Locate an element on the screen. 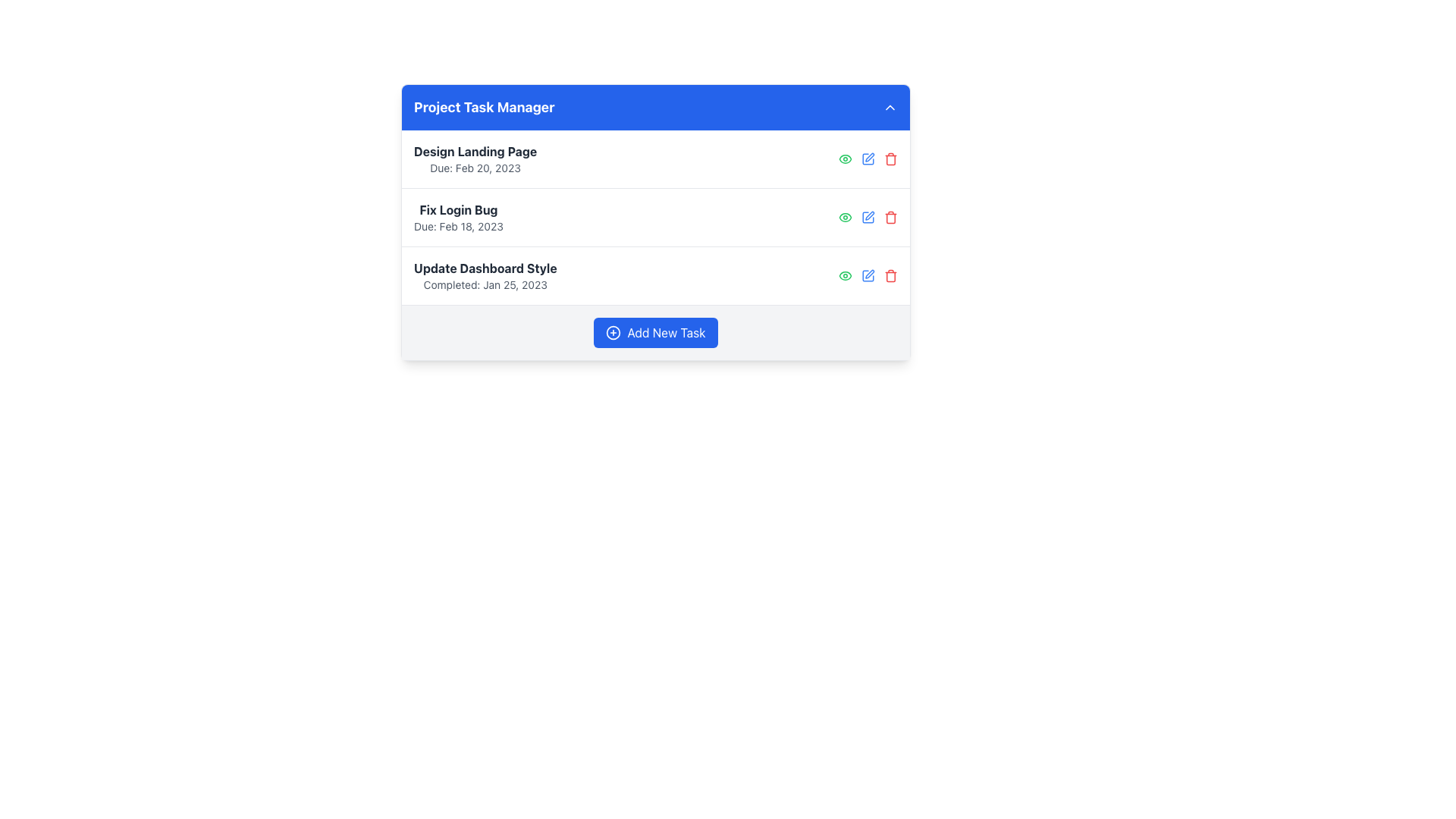  the first clickable green eye icon in the second row of the task list next to the task labeled 'Fix Login Bug' is located at coordinates (844, 158).